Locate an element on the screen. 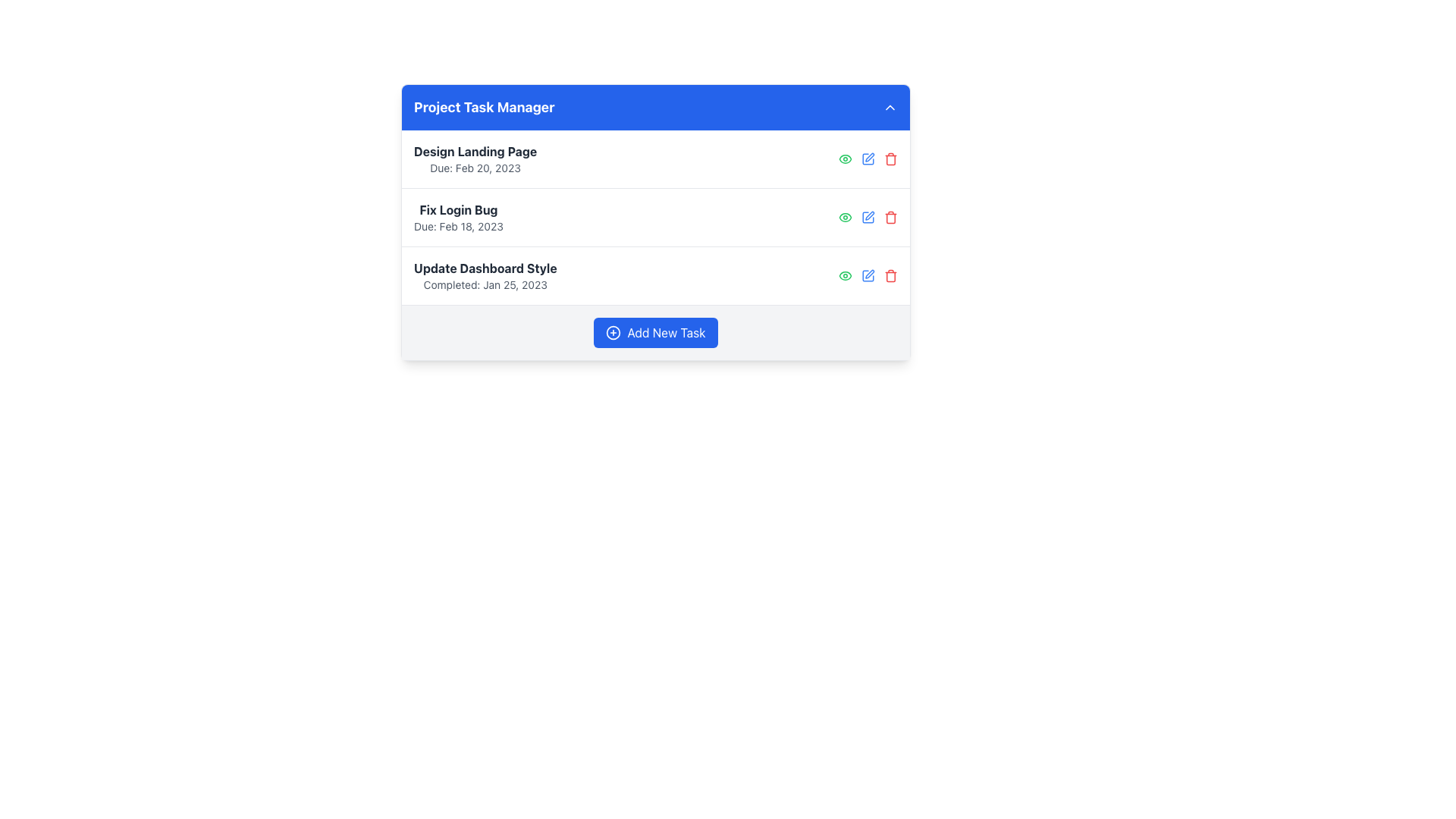  the first clickable green eye icon in the second row of the task list next to the task labeled 'Fix Login Bug' is located at coordinates (844, 158).